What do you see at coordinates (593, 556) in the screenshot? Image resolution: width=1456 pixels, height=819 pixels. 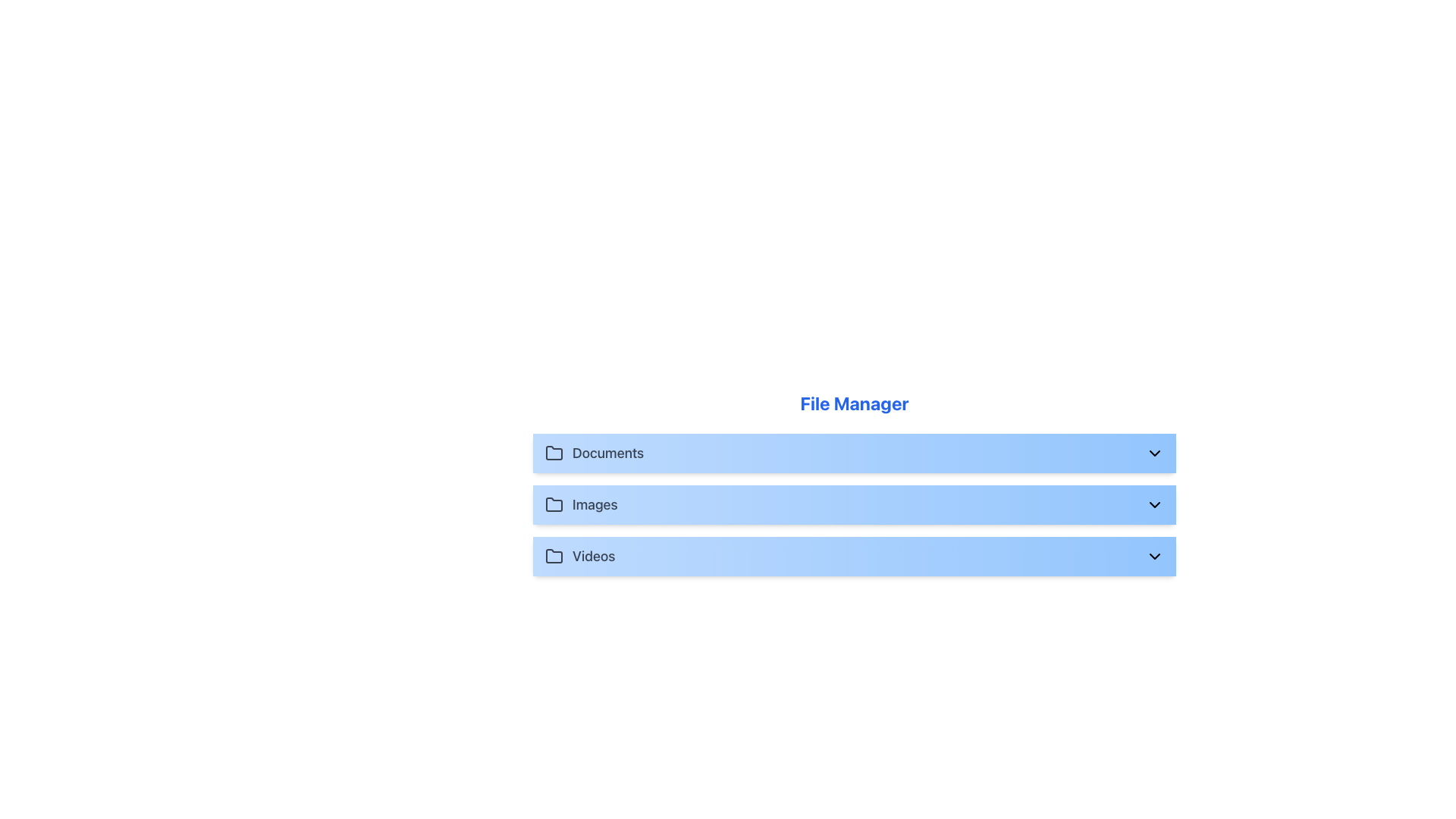 I see `the label for the 'Videos' folder, which is positioned in the third row of a vertical list of labeled folder entries` at bounding box center [593, 556].